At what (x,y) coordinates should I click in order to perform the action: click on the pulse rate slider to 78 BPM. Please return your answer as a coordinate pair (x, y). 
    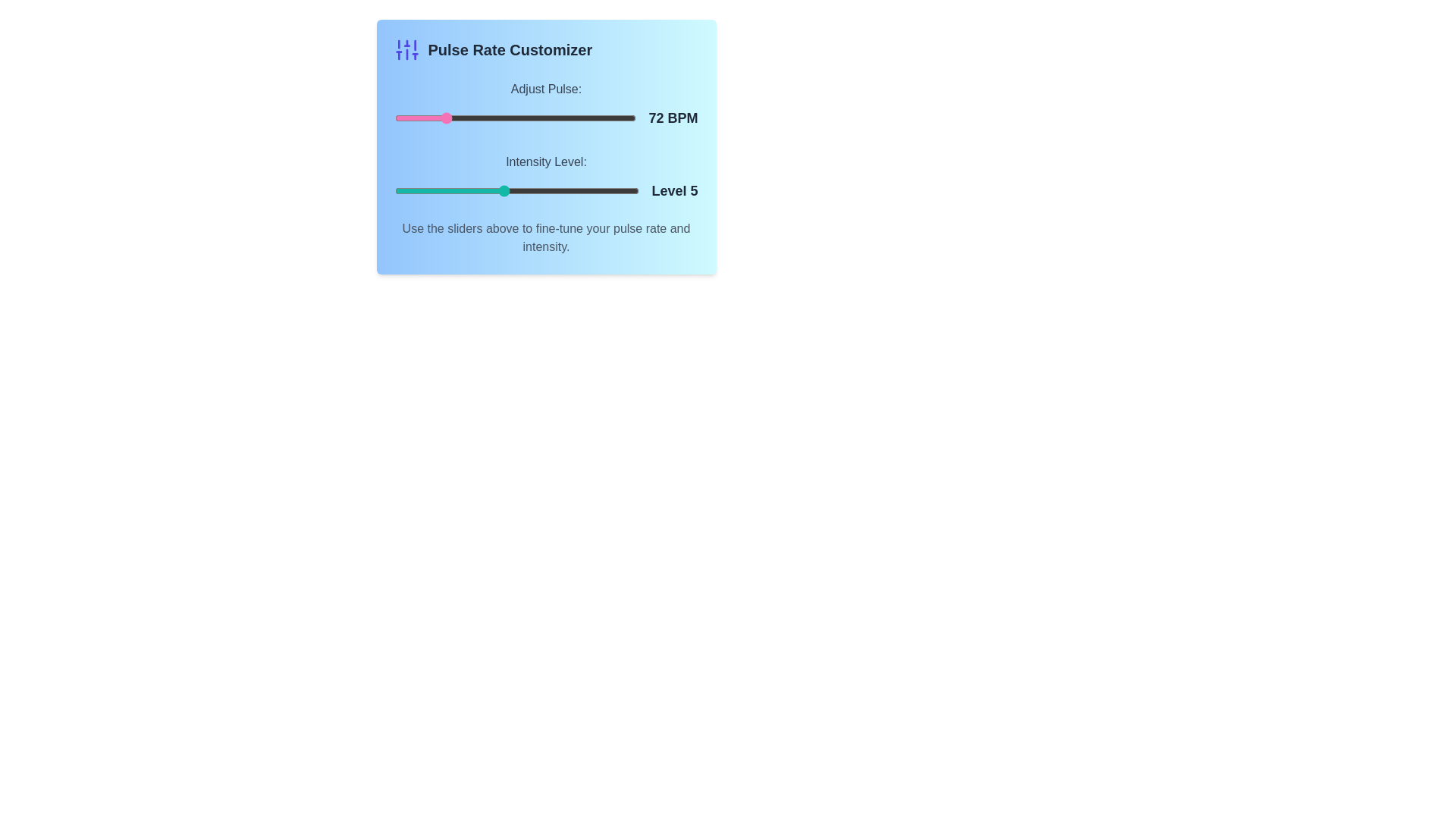
    Looking at the image, I should click on (451, 117).